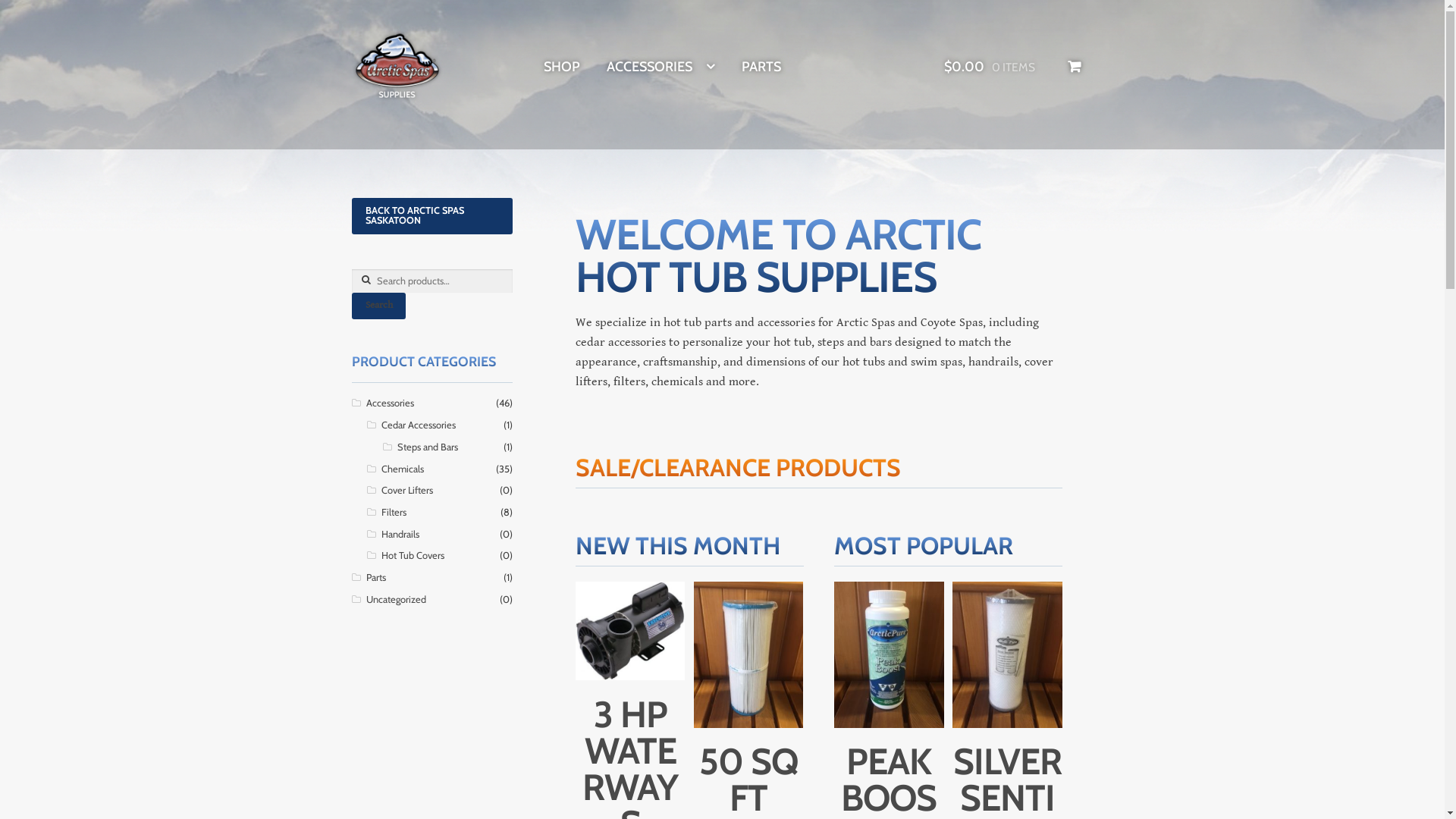 The image size is (1456, 819). I want to click on 'ACCESSORIES', so click(661, 66).